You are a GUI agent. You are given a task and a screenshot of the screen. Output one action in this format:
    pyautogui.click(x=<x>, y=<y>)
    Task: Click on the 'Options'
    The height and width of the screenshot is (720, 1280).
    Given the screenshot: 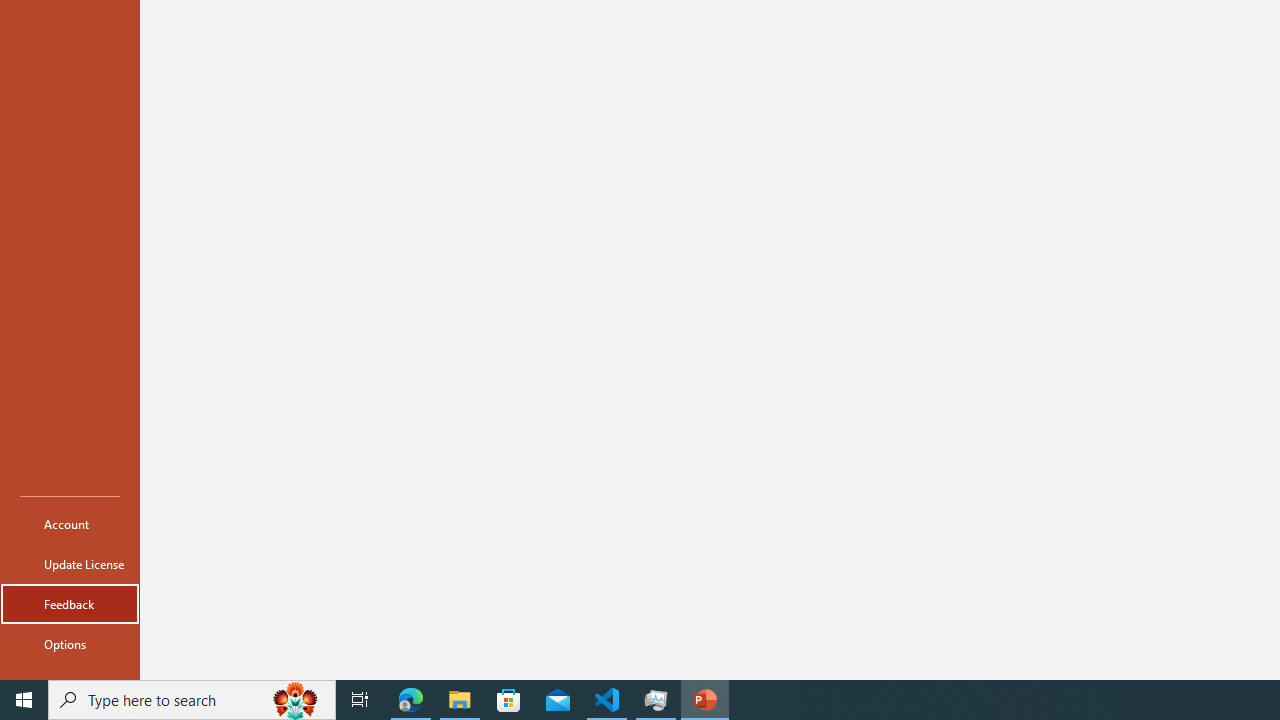 What is the action you would take?
    pyautogui.click(x=69, y=644)
    